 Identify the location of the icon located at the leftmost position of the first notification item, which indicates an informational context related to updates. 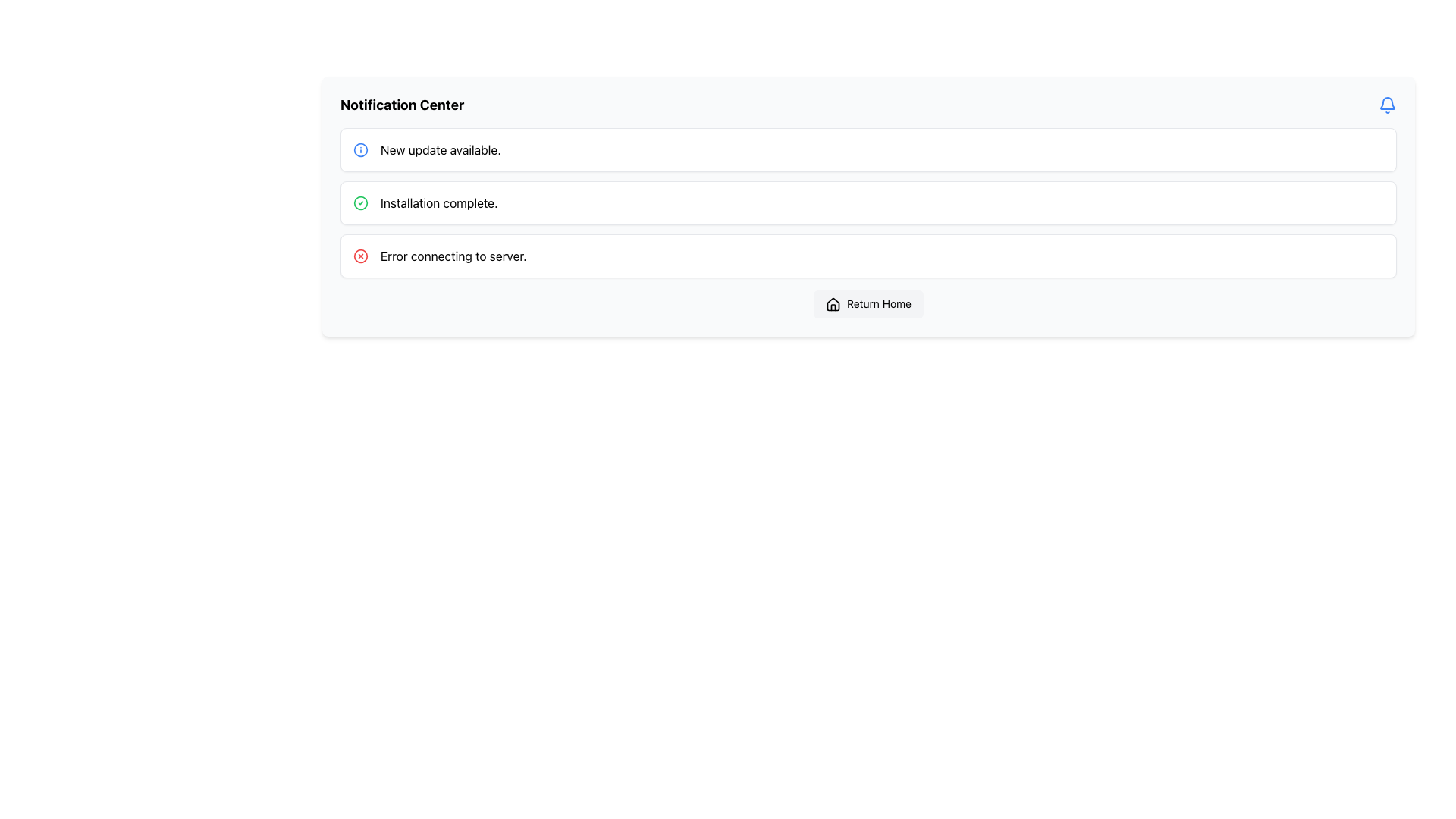
(359, 149).